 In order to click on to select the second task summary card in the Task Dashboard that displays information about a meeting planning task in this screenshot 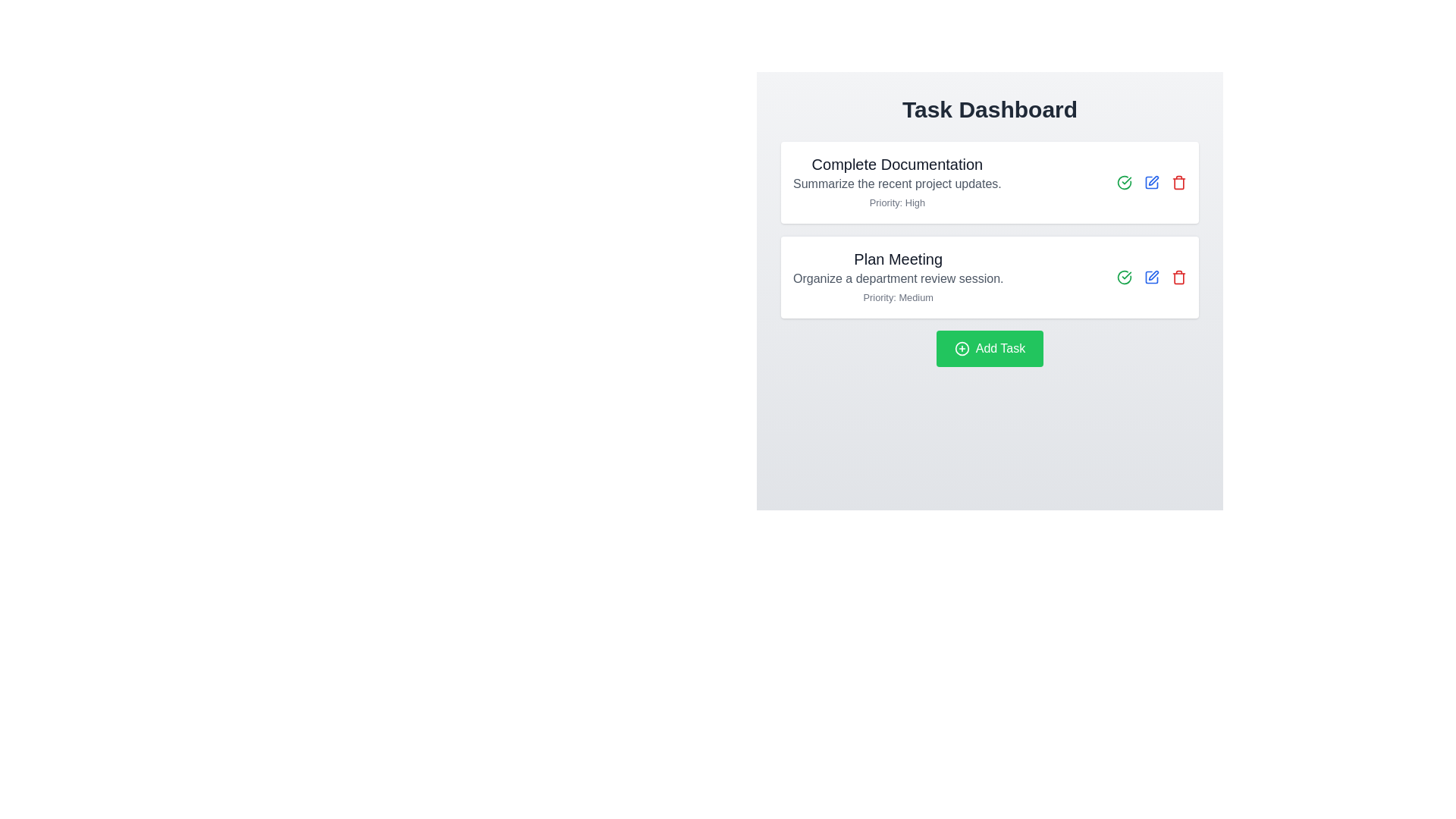, I will do `click(898, 278)`.